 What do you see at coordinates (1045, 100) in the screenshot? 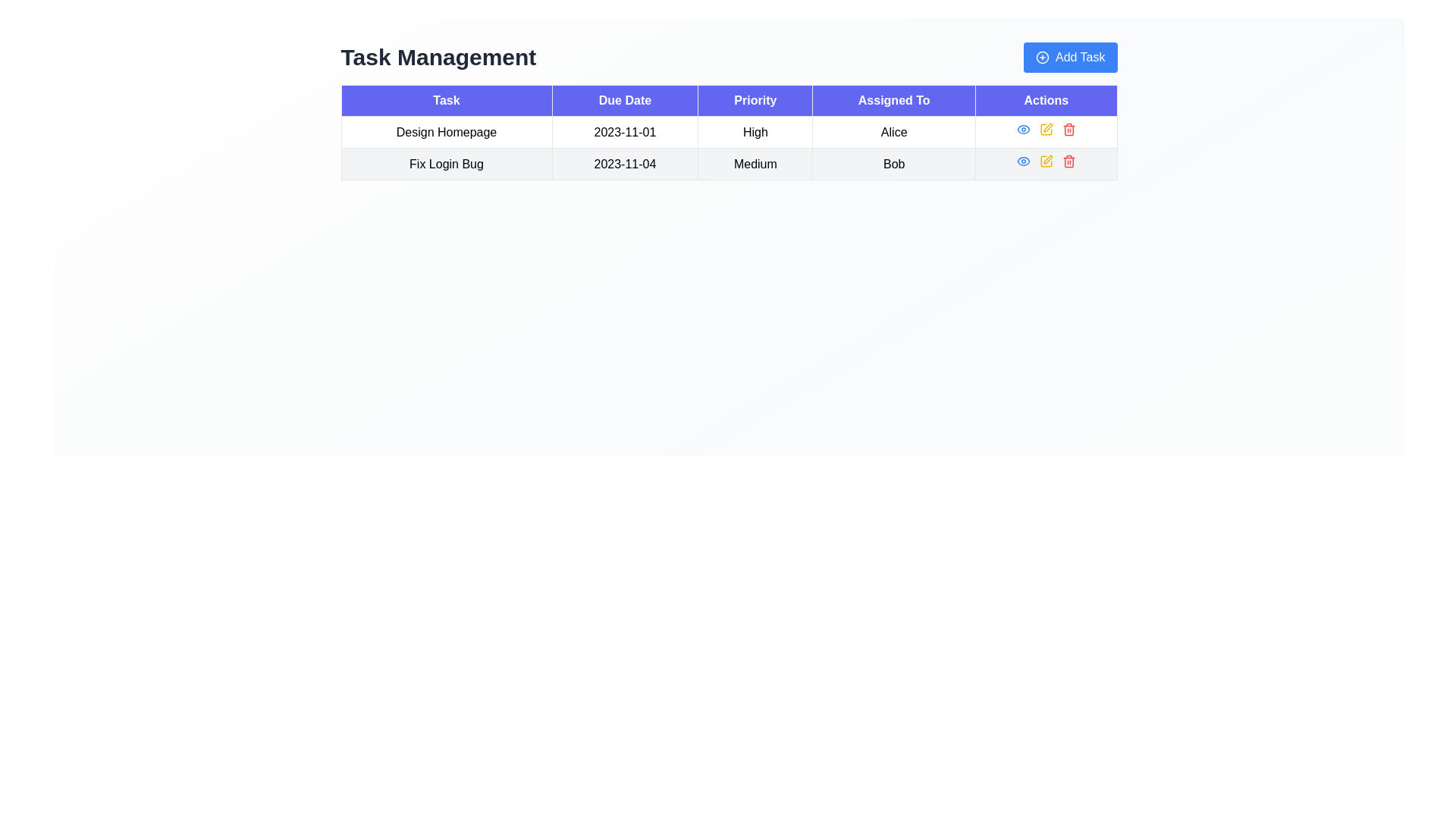
I see `the 'Actions' column header in the table layout, which is the last column heading positioned to the right of the 'Assigned To' column heading` at bounding box center [1045, 100].